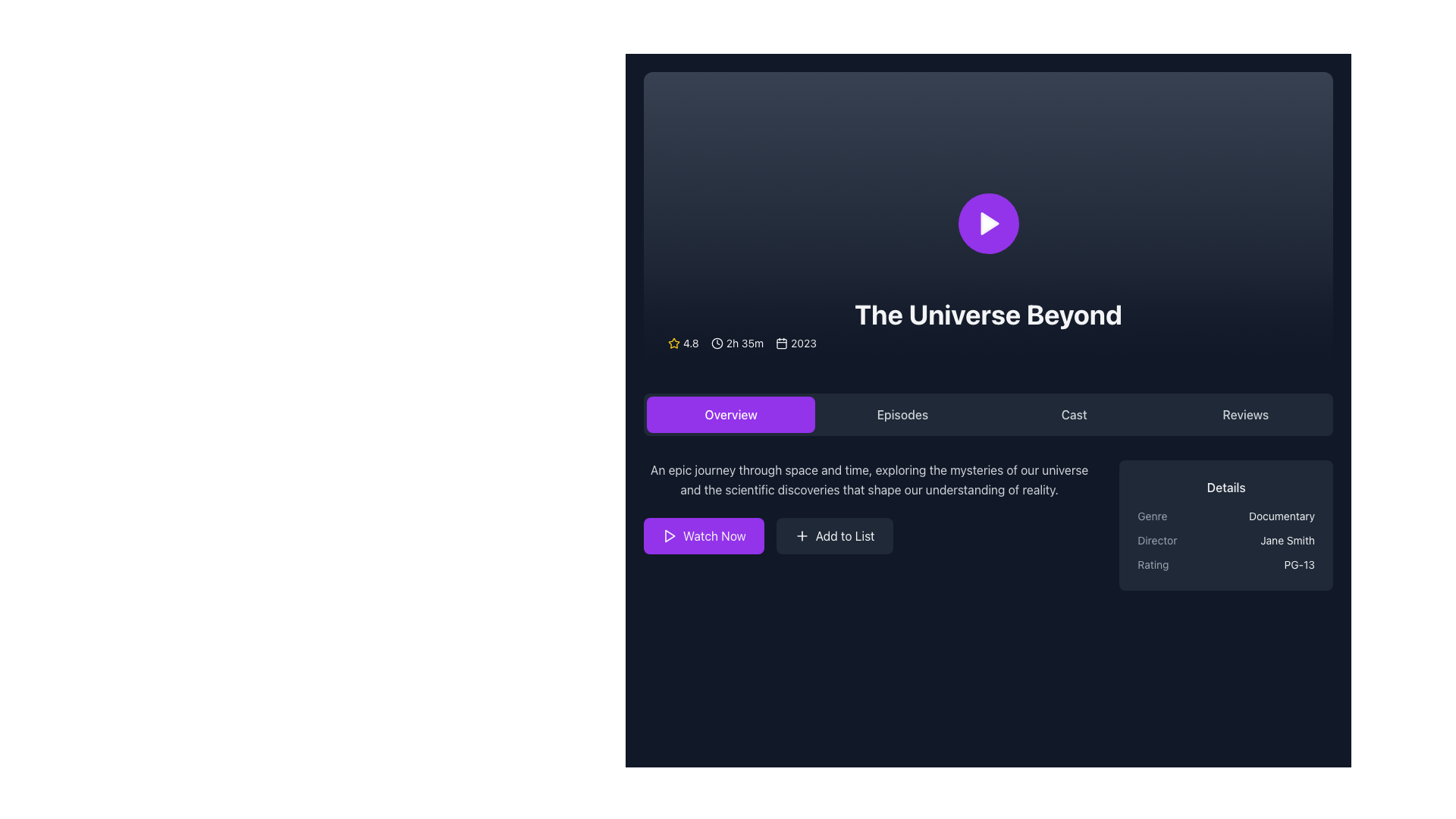 Image resolution: width=1456 pixels, height=819 pixels. Describe the element at coordinates (703, 535) in the screenshot. I see `the first button in the bottom-left section of the interface` at that location.